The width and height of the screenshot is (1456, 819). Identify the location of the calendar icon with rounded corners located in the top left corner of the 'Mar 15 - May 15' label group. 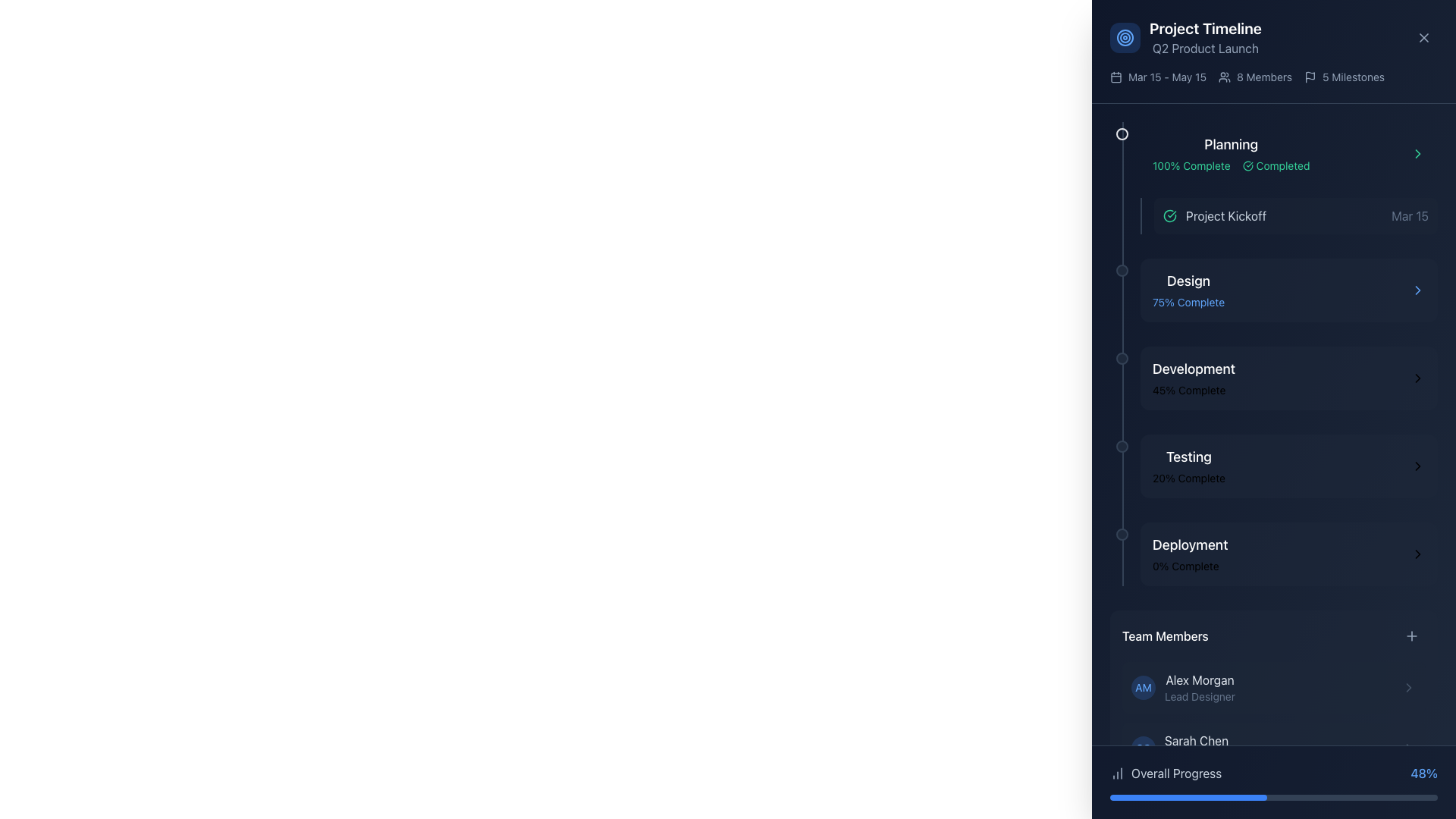
(1116, 77).